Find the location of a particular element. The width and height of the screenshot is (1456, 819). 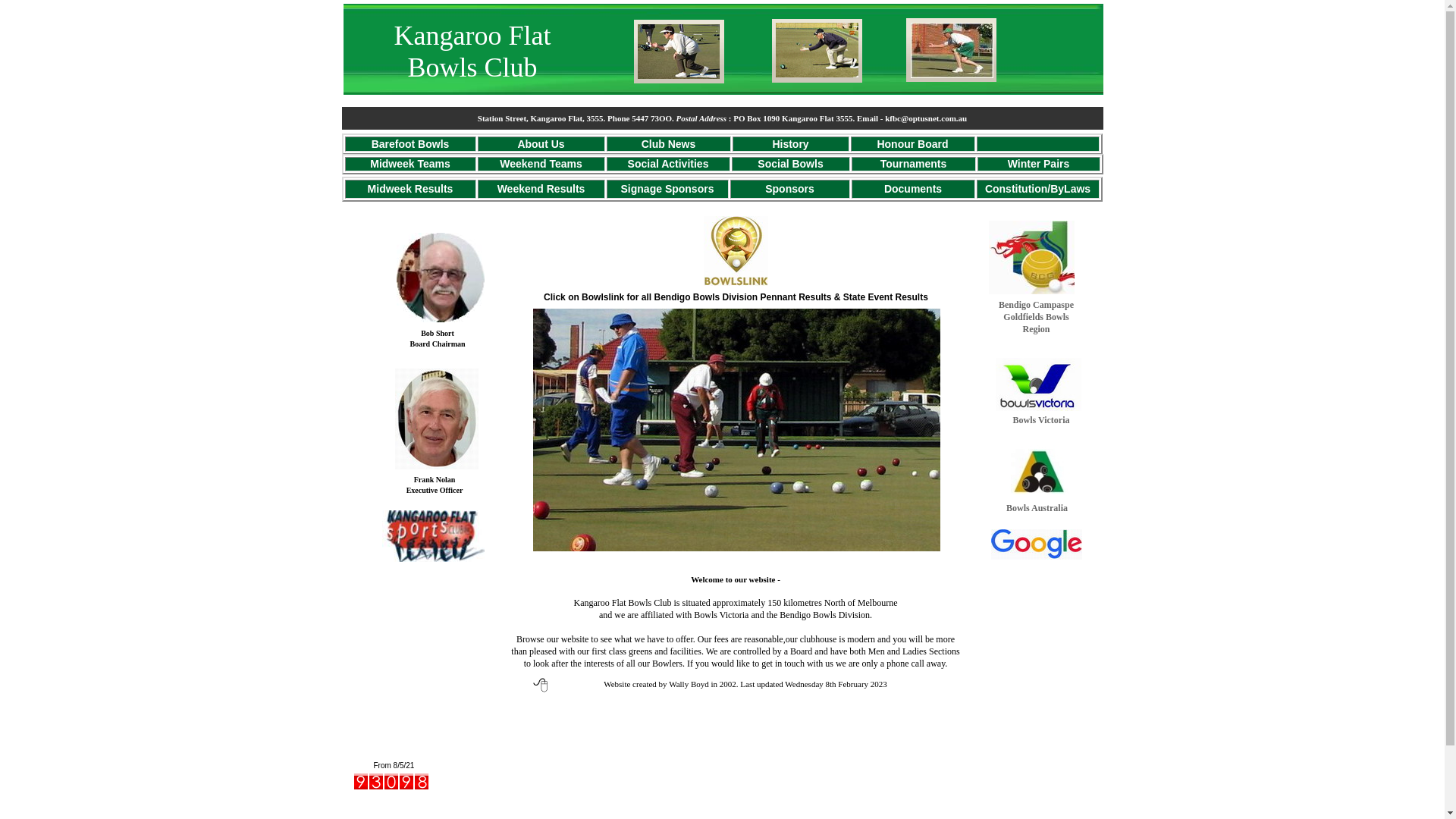

'Sponsors' is located at coordinates (764, 187).